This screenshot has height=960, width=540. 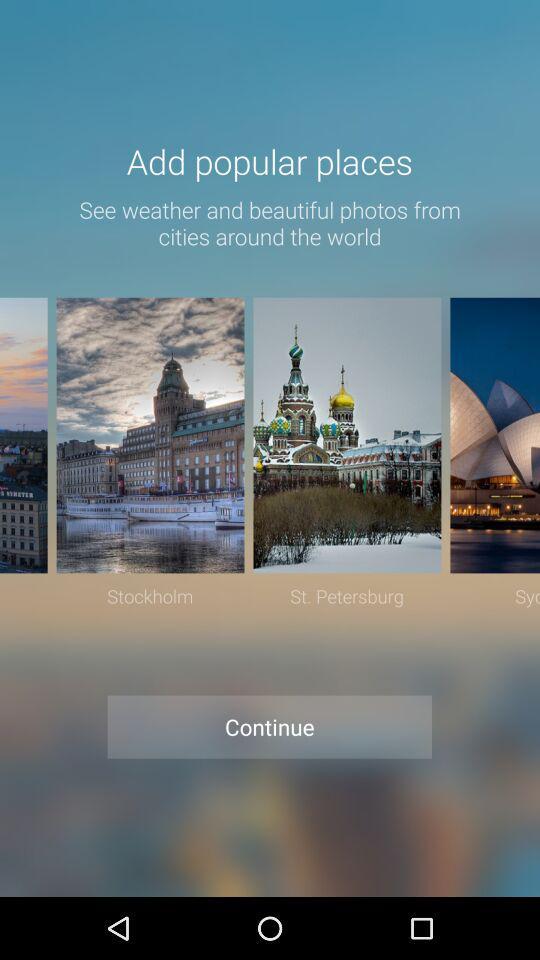 What do you see at coordinates (269, 726) in the screenshot?
I see `item below stockholm item` at bounding box center [269, 726].